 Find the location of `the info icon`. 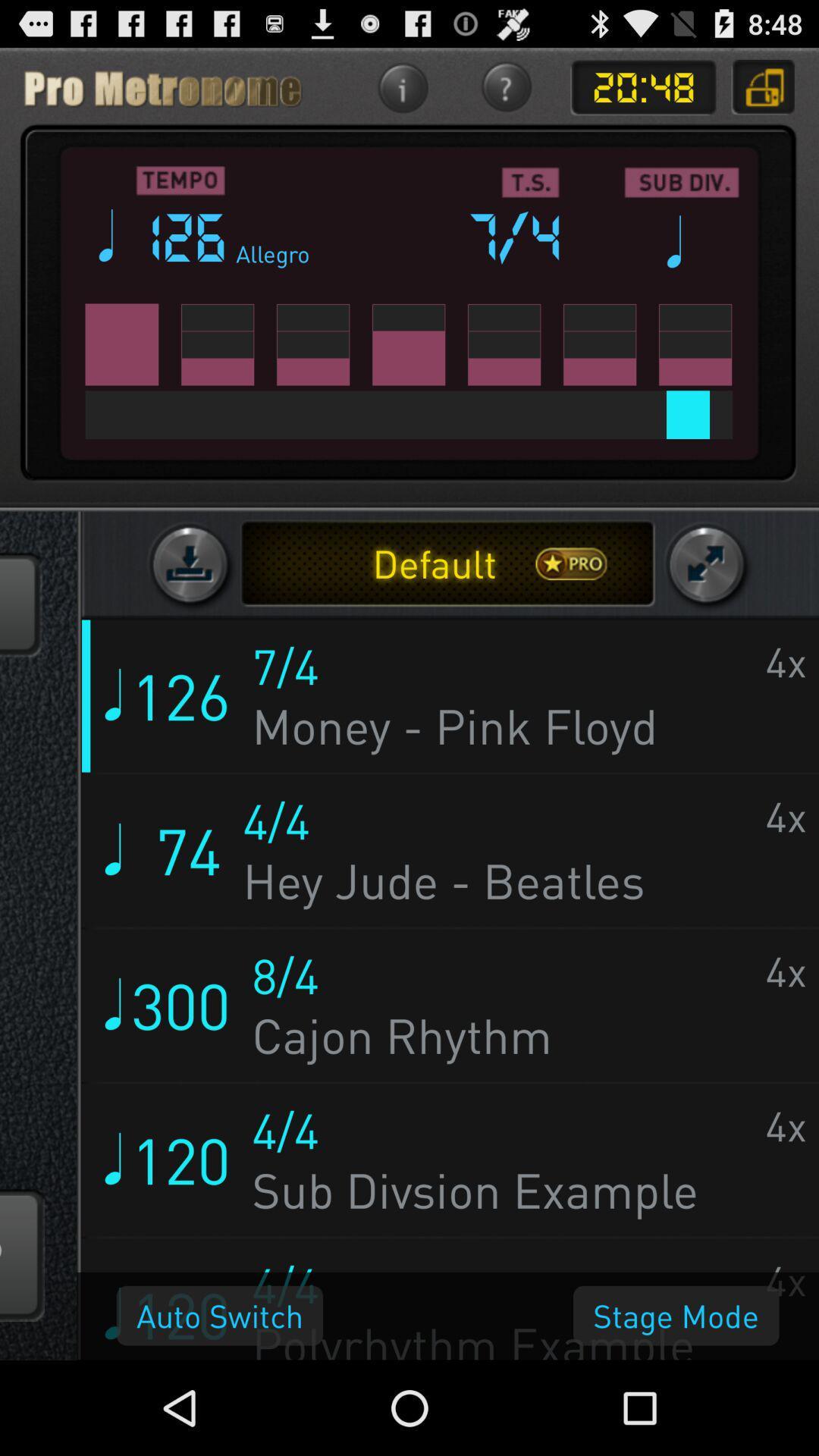

the info icon is located at coordinates (401, 93).